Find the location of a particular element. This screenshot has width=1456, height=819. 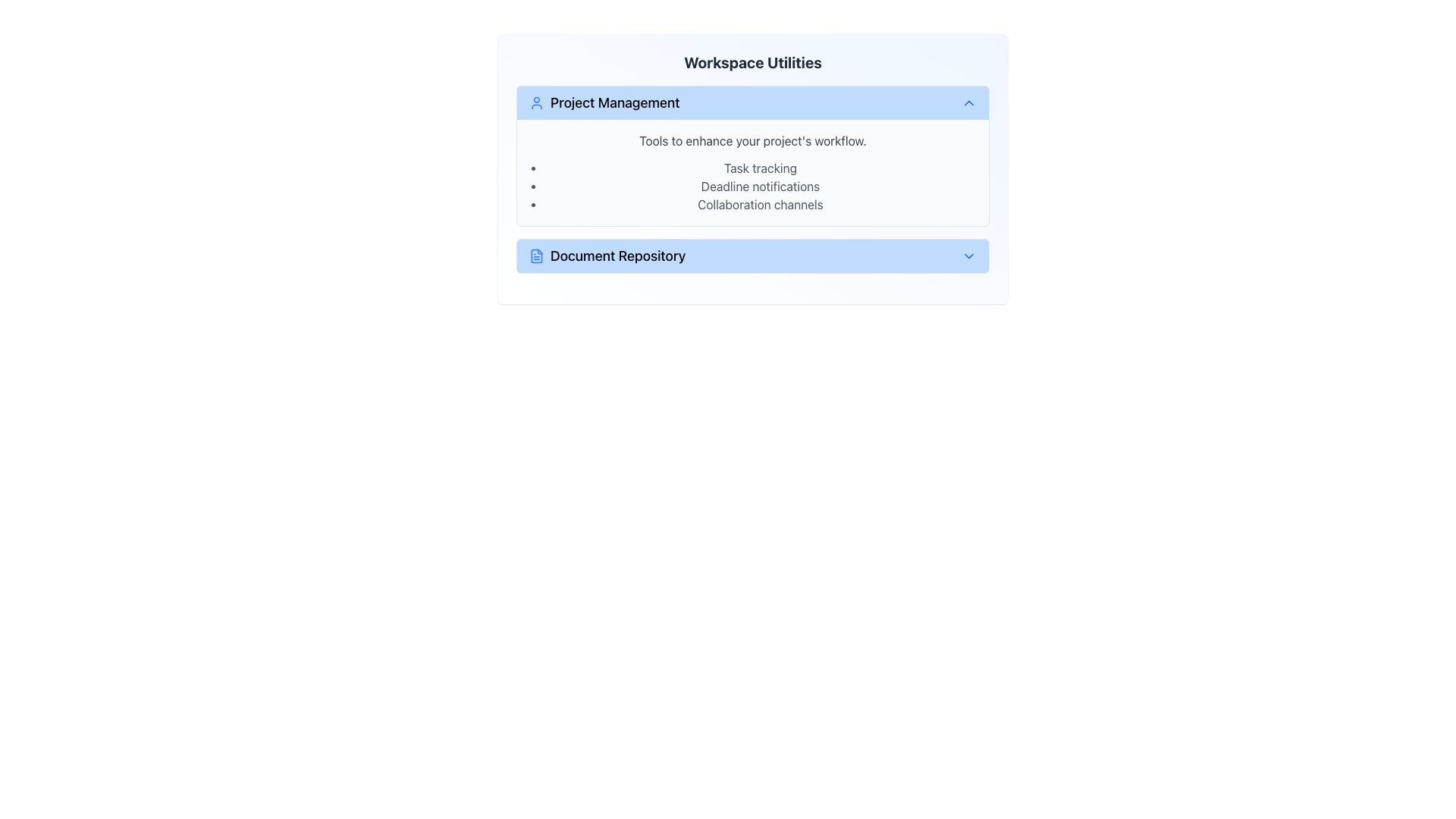

informational text element that says 'Tools to enhance your project's workflow.' located in the 'Project Management' section under 'Workspace Utilities' is located at coordinates (753, 140).